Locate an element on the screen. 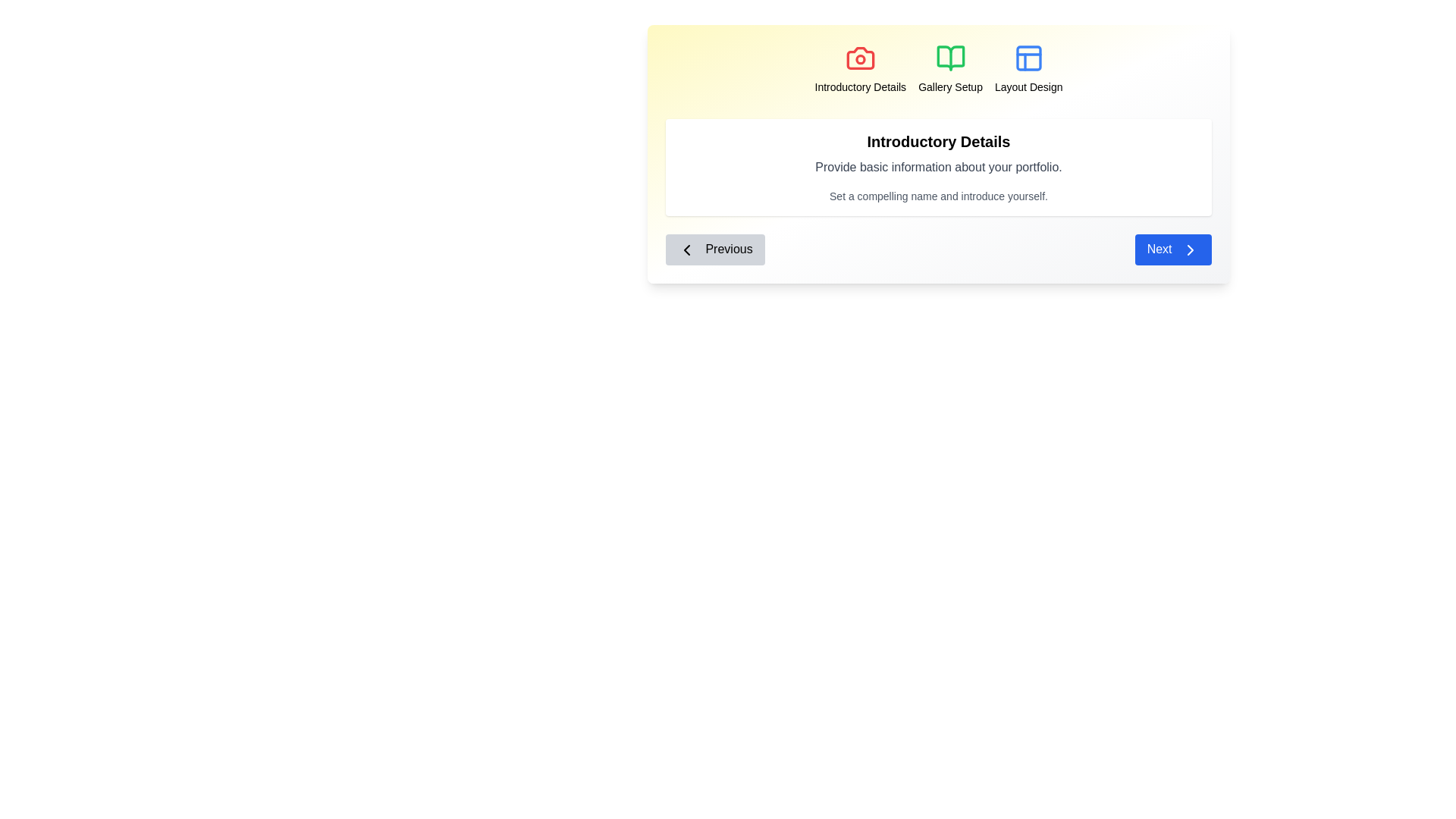 The image size is (1456, 819). the arrow-shaped navigation icon located in the top-right corner of the 'Next' button is located at coordinates (1189, 248).